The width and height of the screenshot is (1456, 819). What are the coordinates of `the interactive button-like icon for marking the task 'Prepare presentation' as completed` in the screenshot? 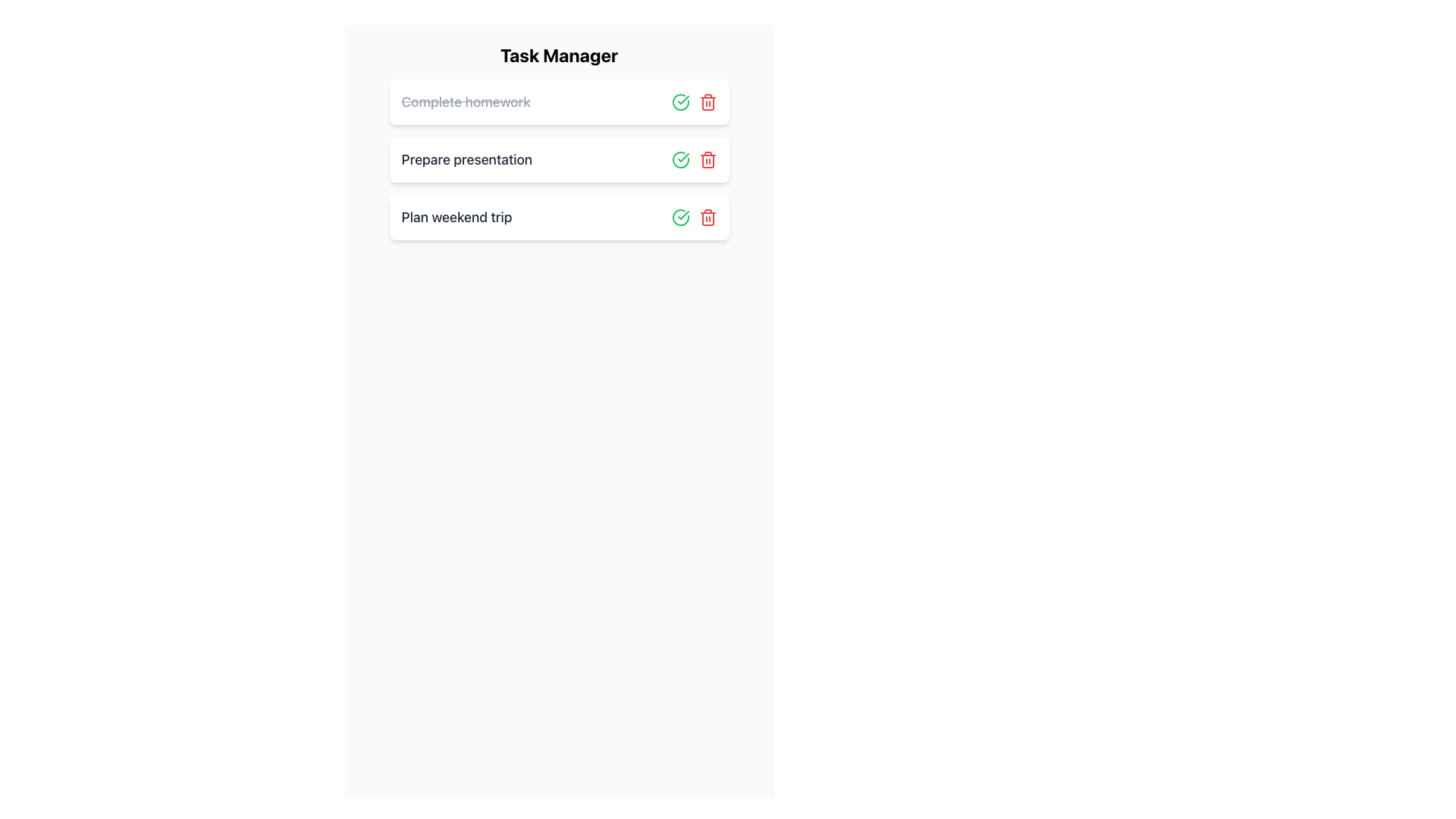 It's located at (679, 217).